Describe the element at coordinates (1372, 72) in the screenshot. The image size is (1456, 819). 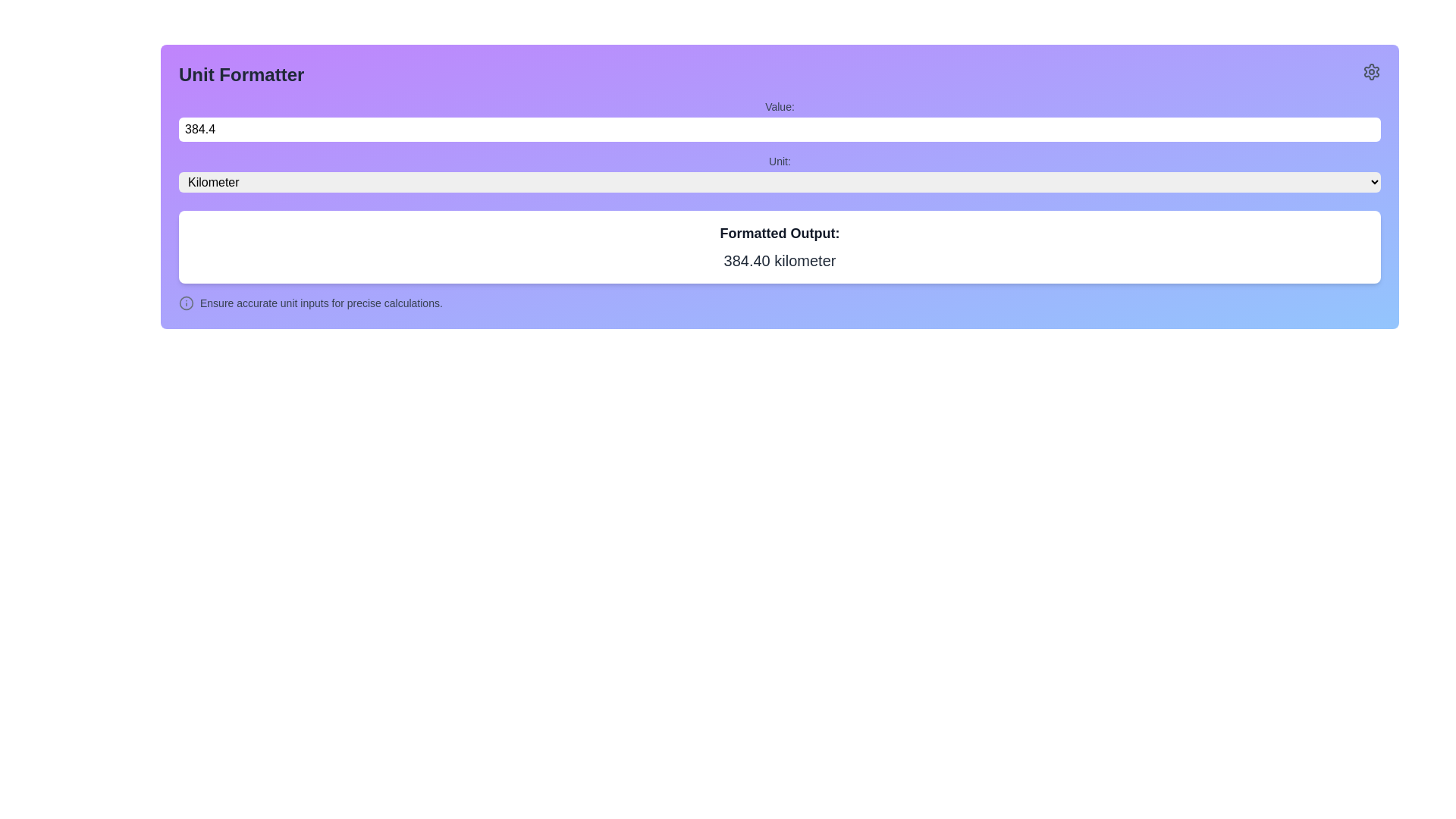
I see `the gear icon located at the upper-right corner of the interface` at that location.